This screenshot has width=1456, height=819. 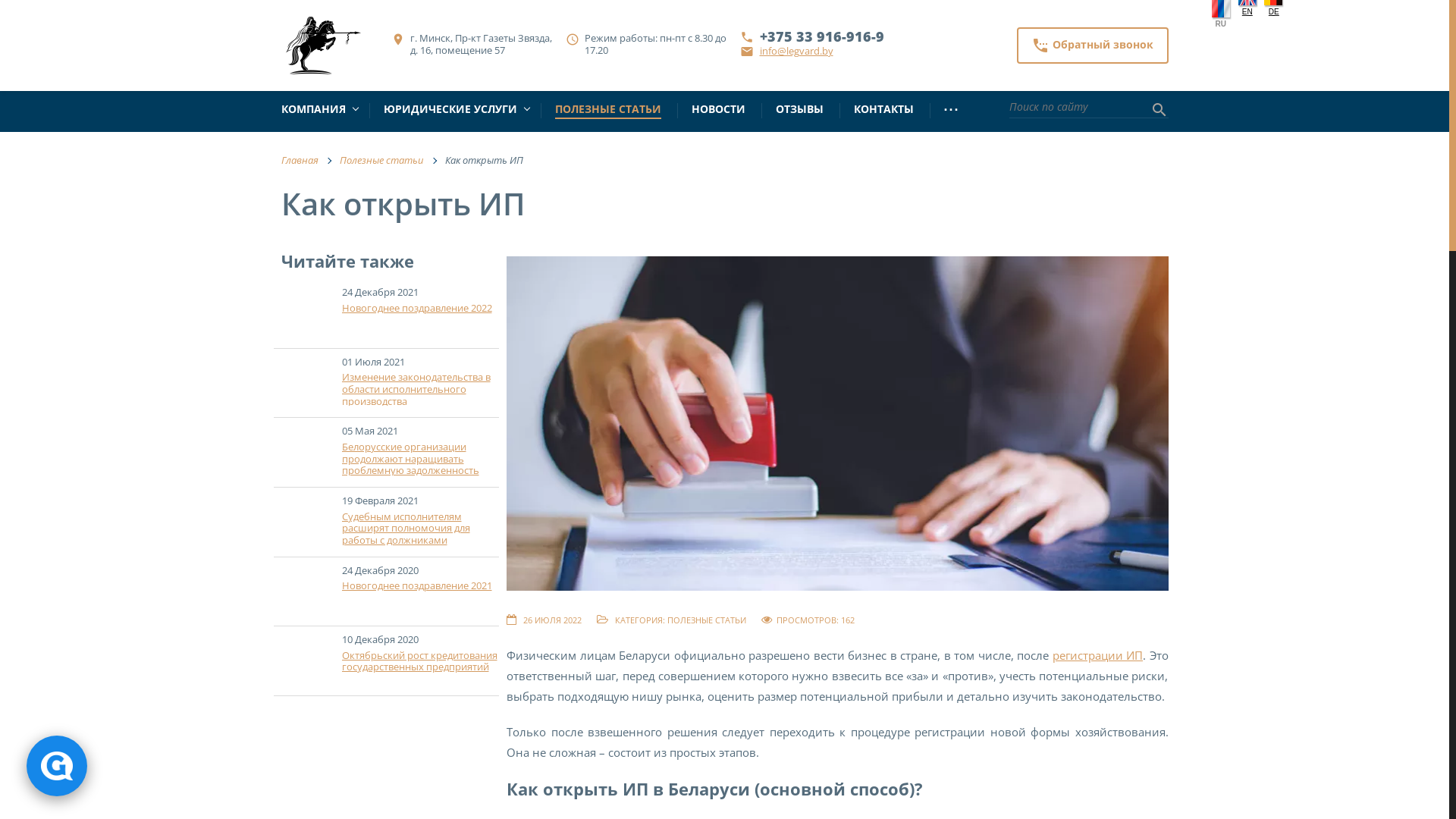 I want to click on 'info@legvard.by', so click(x=760, y=49).